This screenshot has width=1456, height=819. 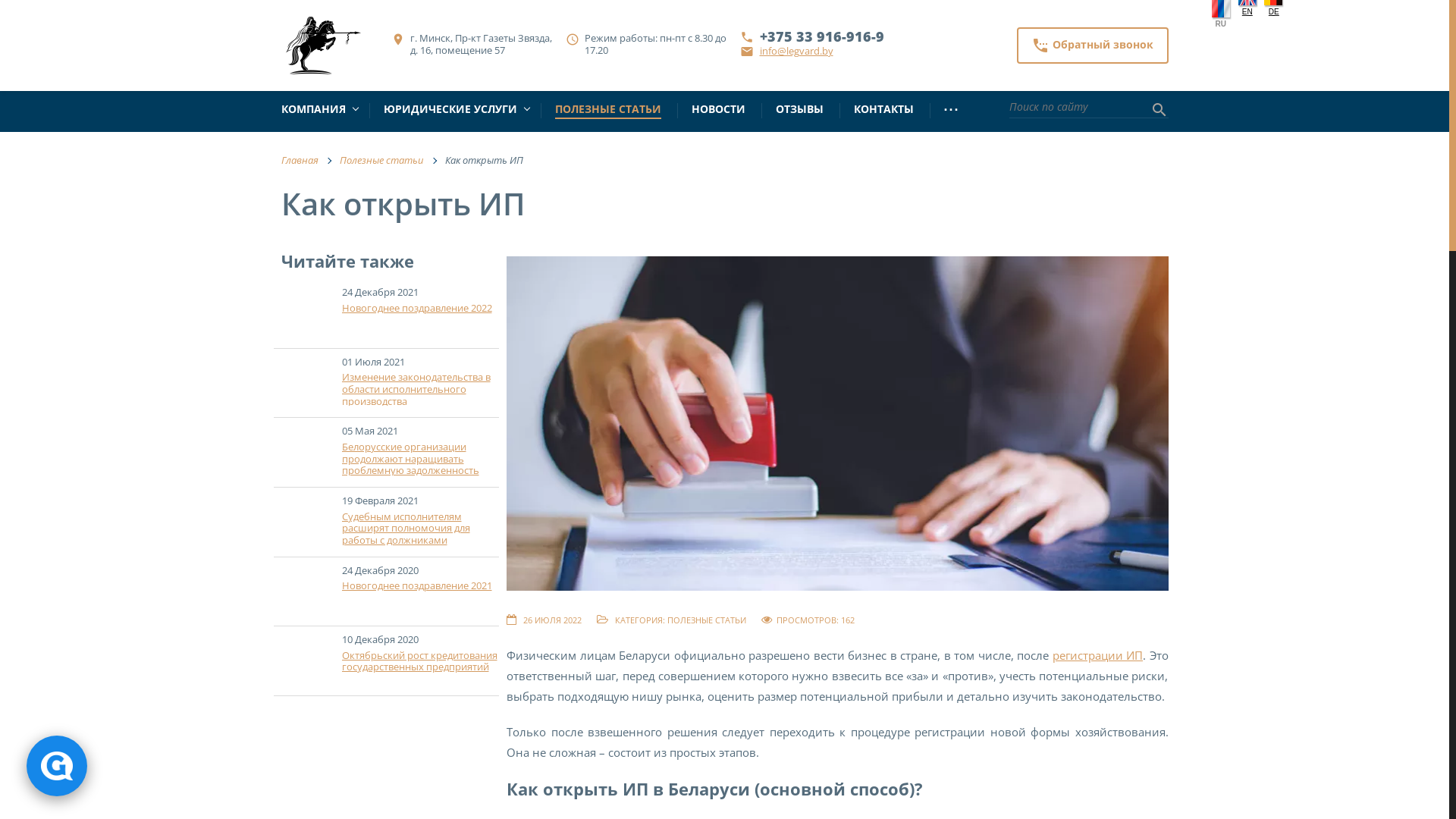 I want to click on 'info@legvard.by', so click(x=760, y=49).